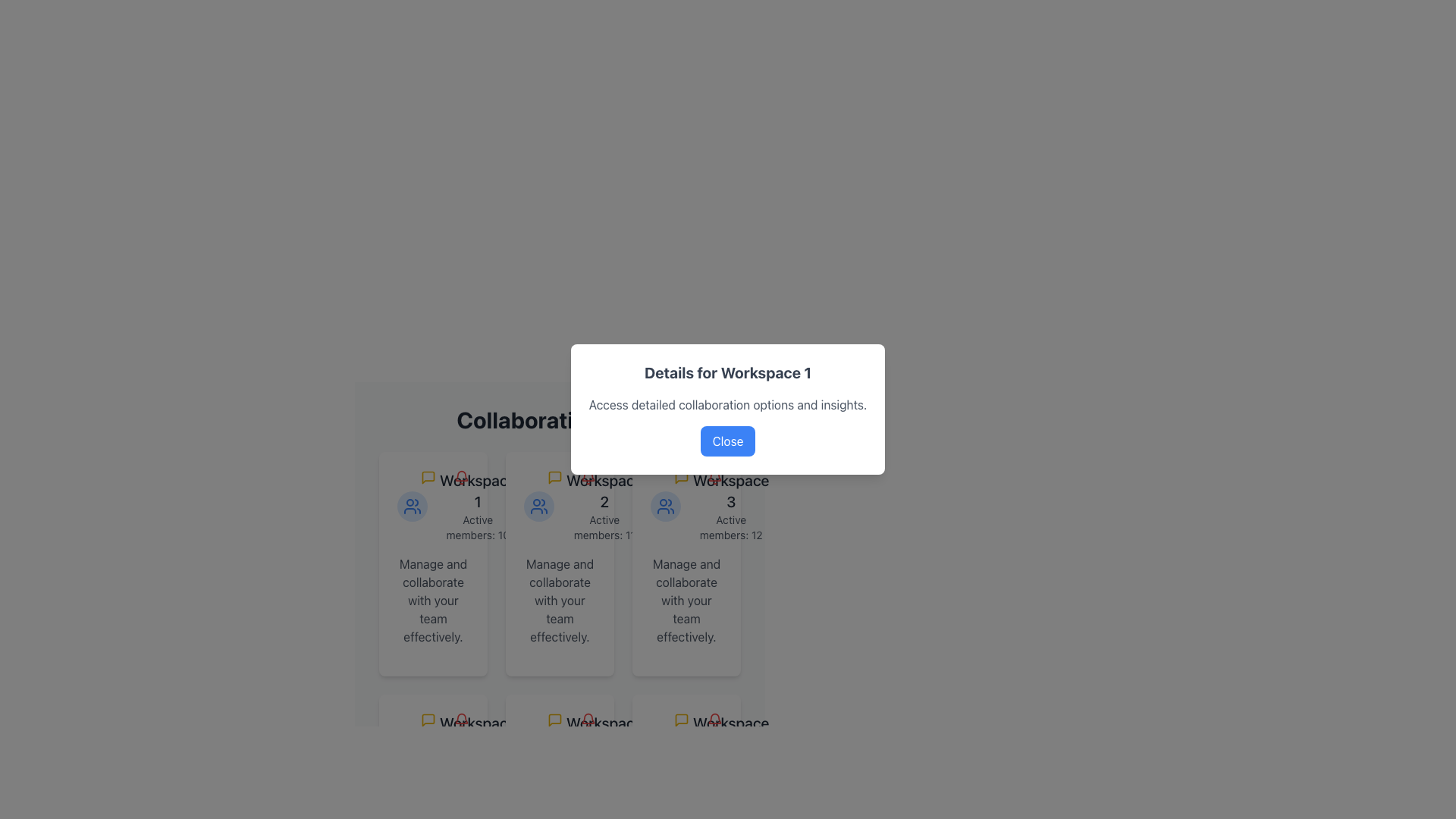  I want to click on on the text label 'Workspace 3' which is styled in a larger font size and medium weight, located at the top of its card structure in the bottom row of the grid layout, so click(731, 491).